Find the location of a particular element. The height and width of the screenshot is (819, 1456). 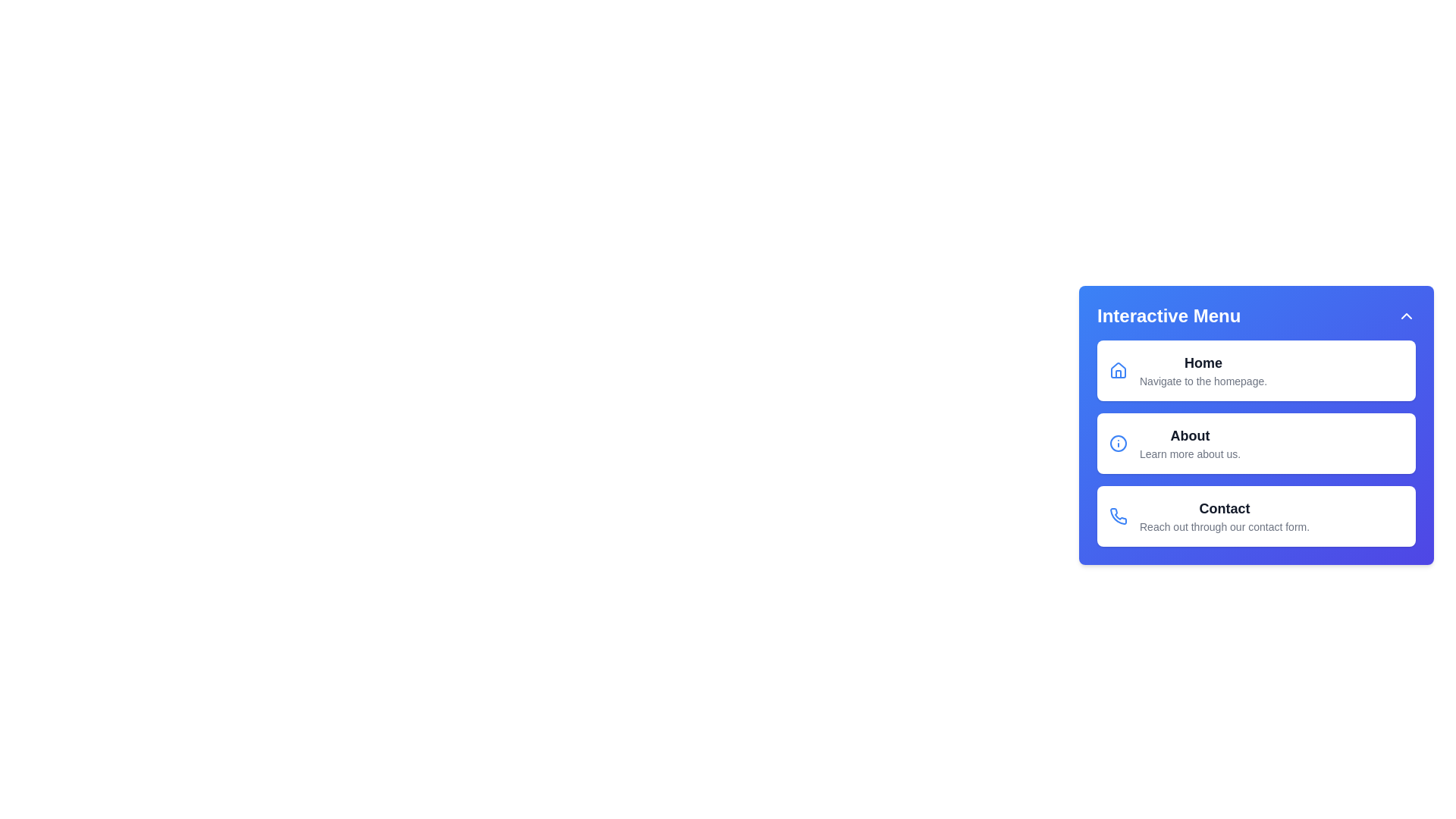

the Home icon to interact with it is located at coordinates (1118, 371).